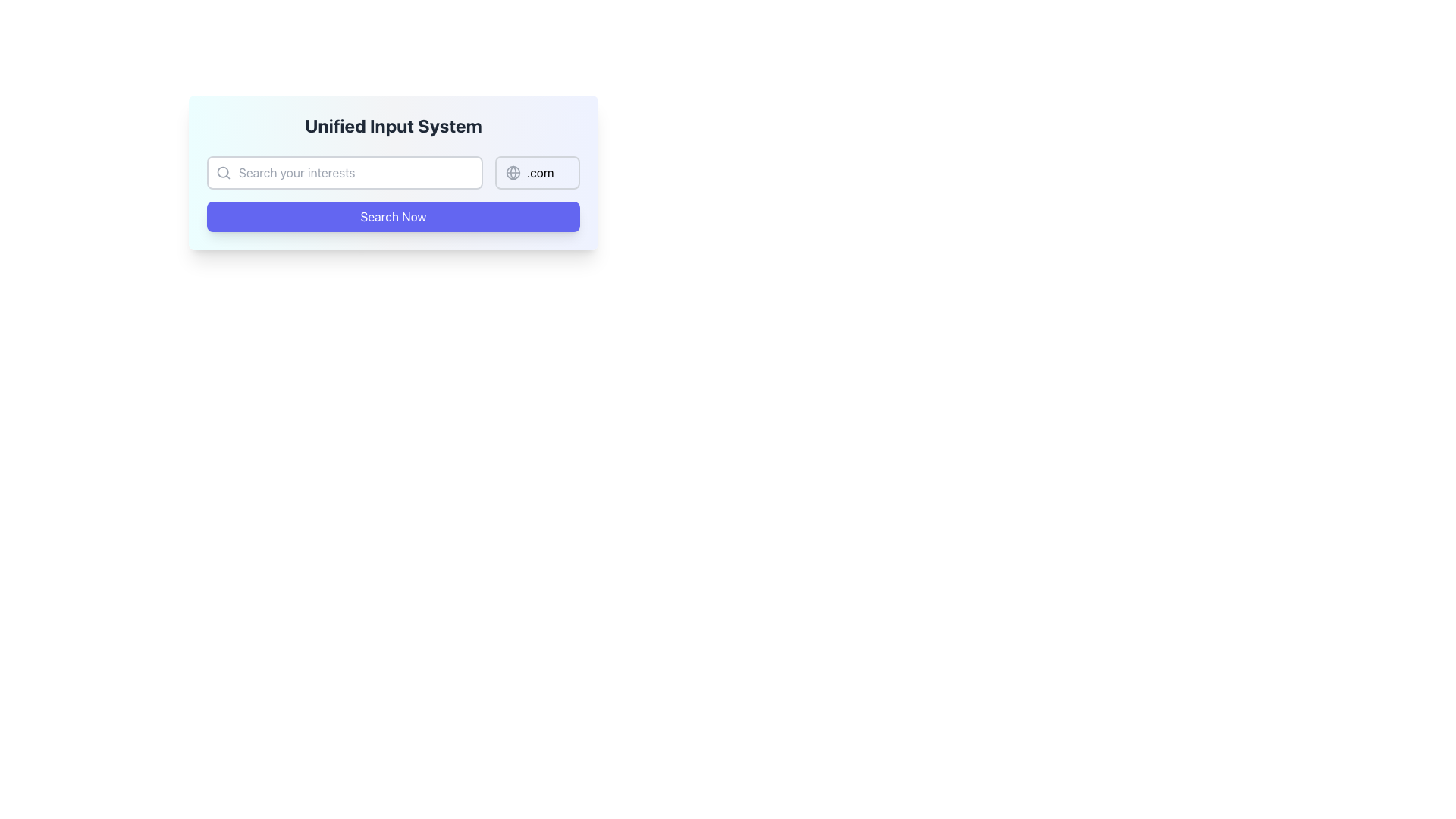 The width and height of the screenshot is (1456, 819). What do you see at coordinates (222, 171) in the screenshot?
I see `the decorative search icon located at the top-left corner of the text input field, adjacent to the left padding` at bounding box center [222, 171].